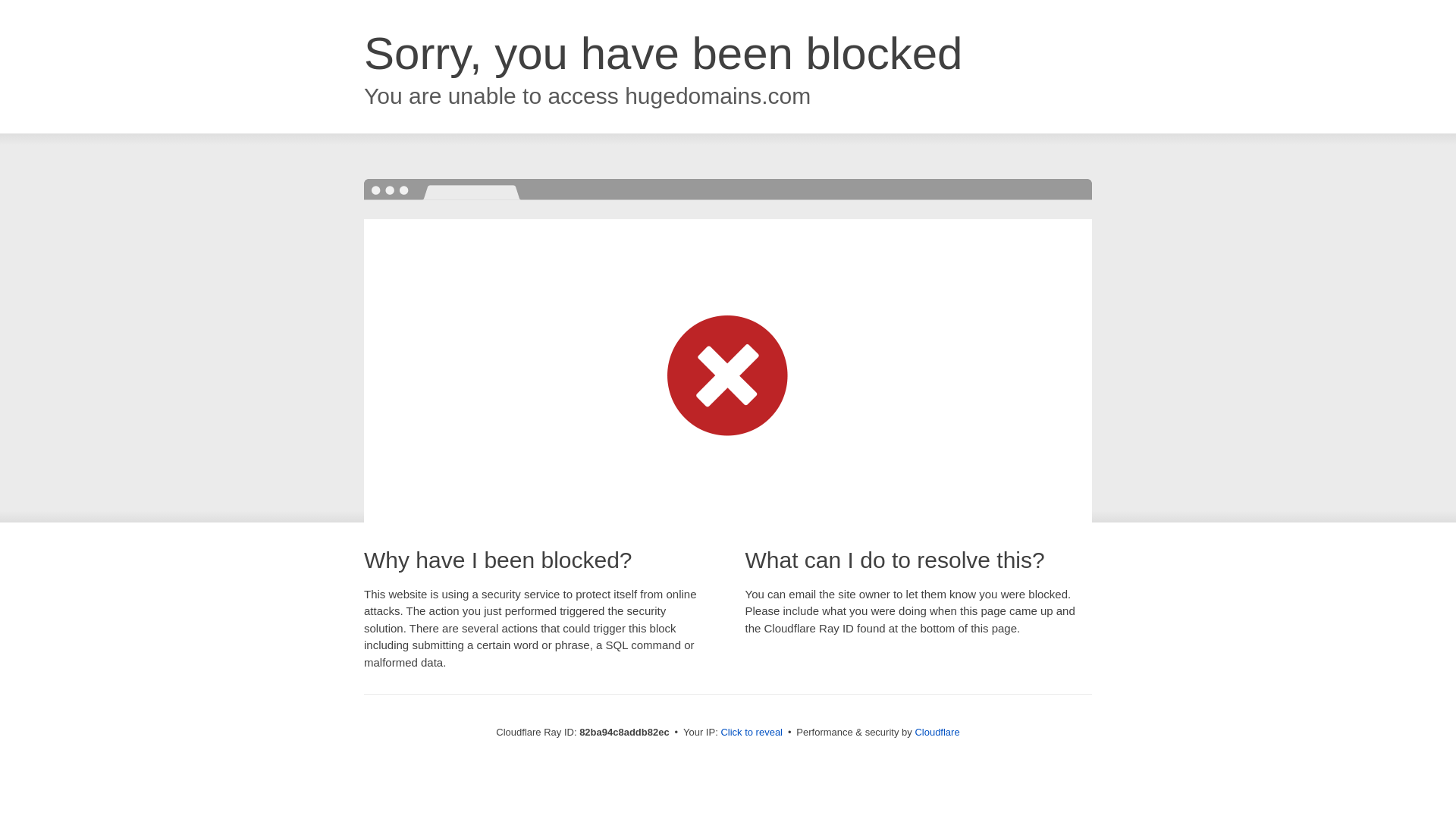  Describe the element at coordinates (936, 731) in the screenshot. I see `'Cloudflare'` at that location.